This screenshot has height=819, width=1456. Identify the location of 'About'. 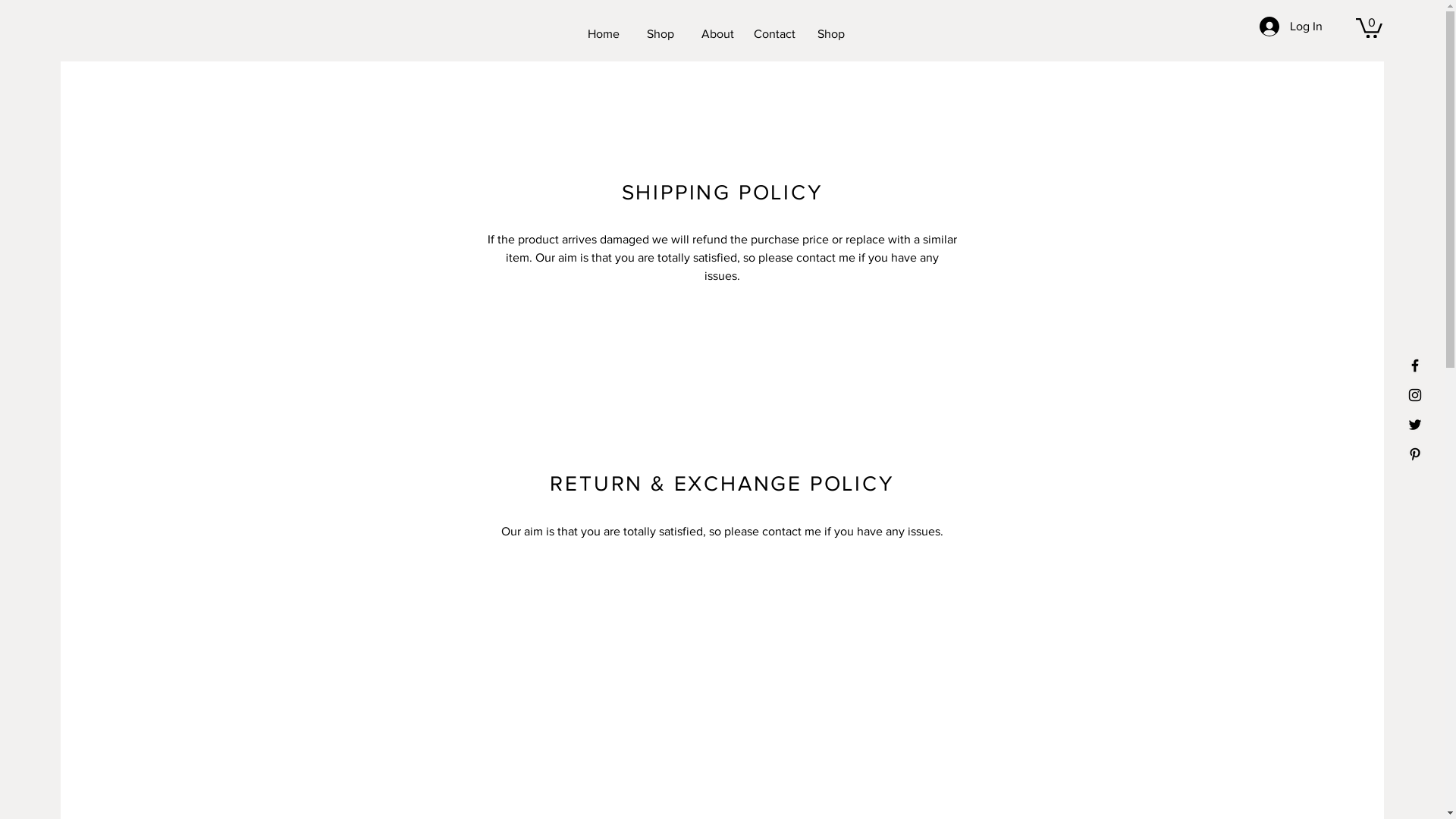
(716, 34).